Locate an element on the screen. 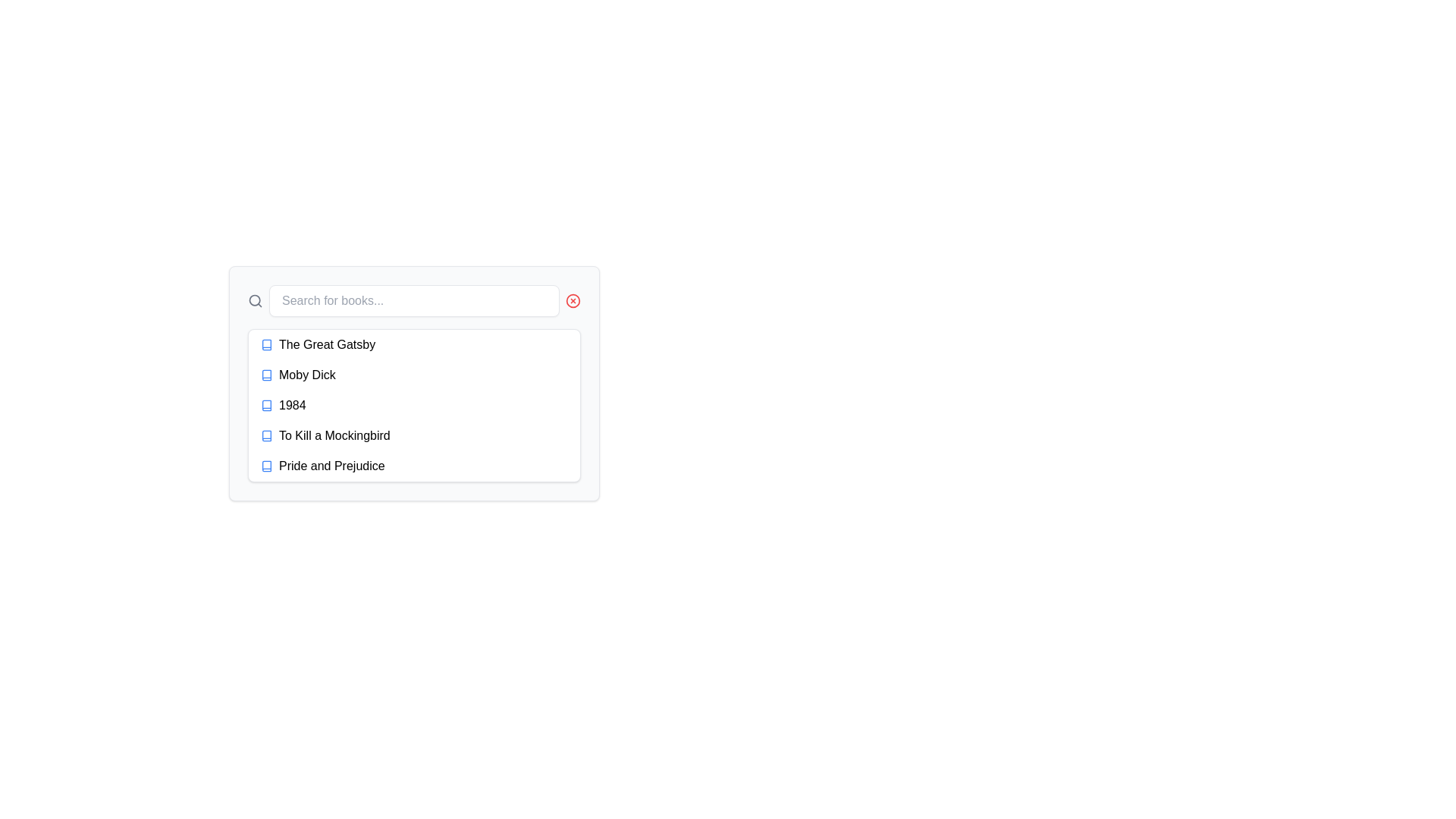  the fourth item is located at coordinates (414, 435).